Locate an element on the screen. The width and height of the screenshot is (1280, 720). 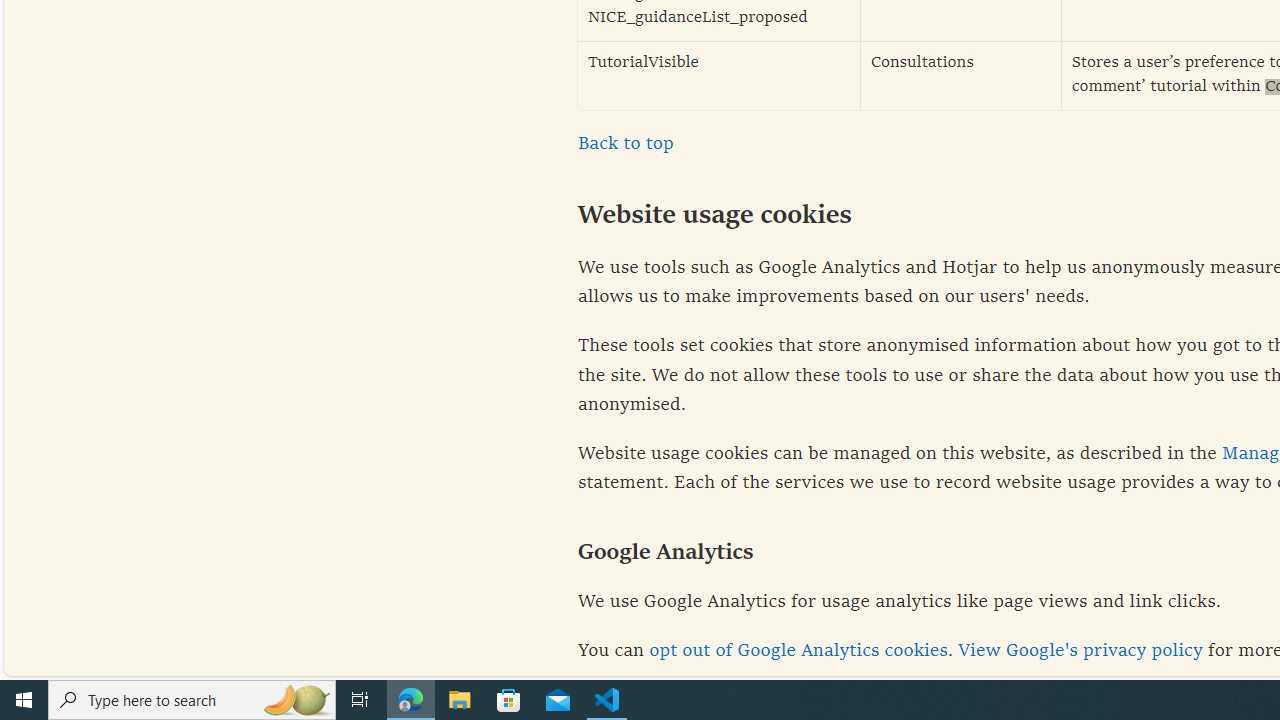
'TutorialVisible' is located at coordinates (719, 74).